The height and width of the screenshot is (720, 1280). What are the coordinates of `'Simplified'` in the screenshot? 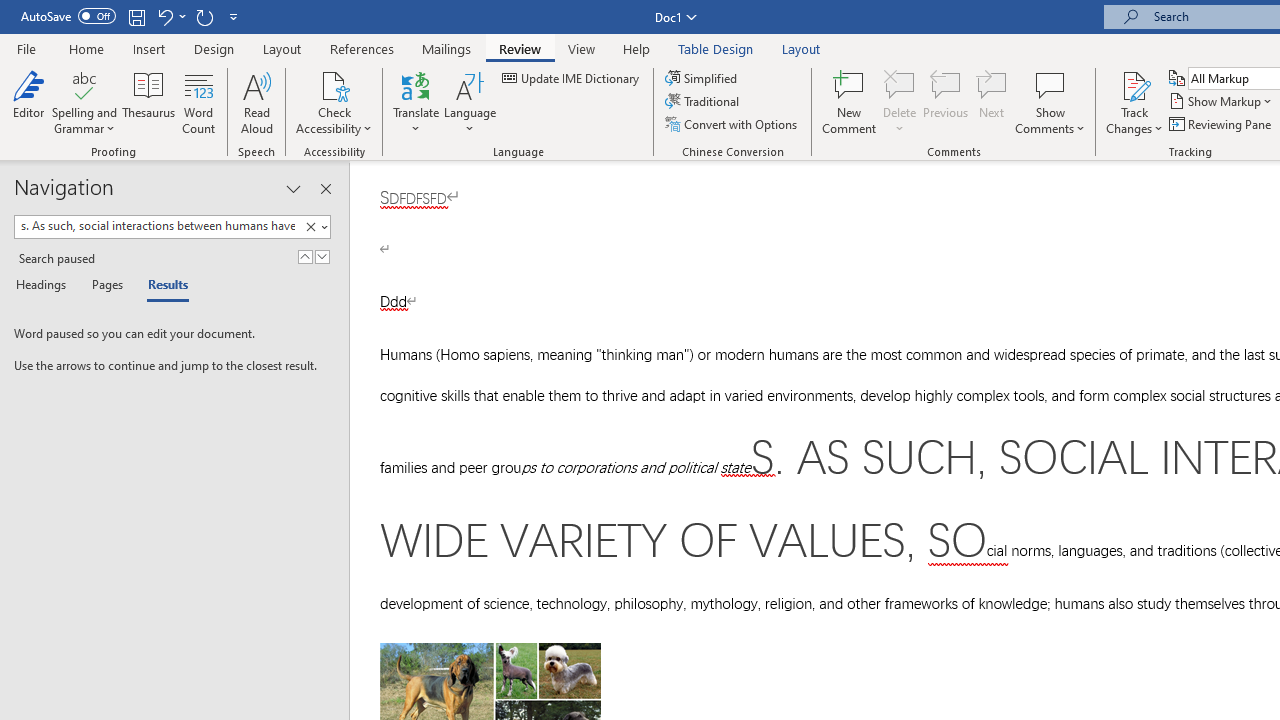 It's located at (702, 77).